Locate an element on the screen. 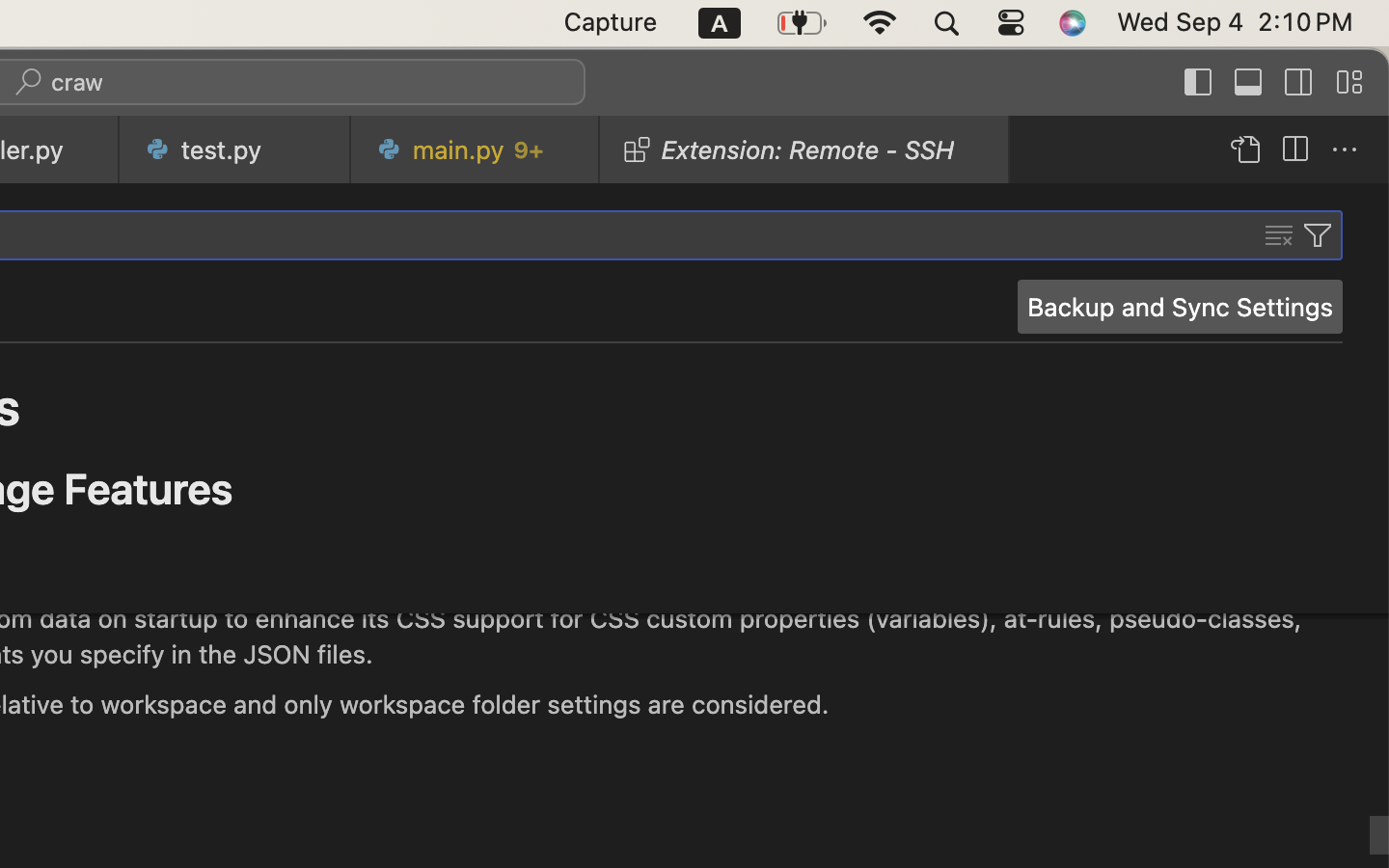  '0 main.py   9+' is located at coordinates (475, 149).